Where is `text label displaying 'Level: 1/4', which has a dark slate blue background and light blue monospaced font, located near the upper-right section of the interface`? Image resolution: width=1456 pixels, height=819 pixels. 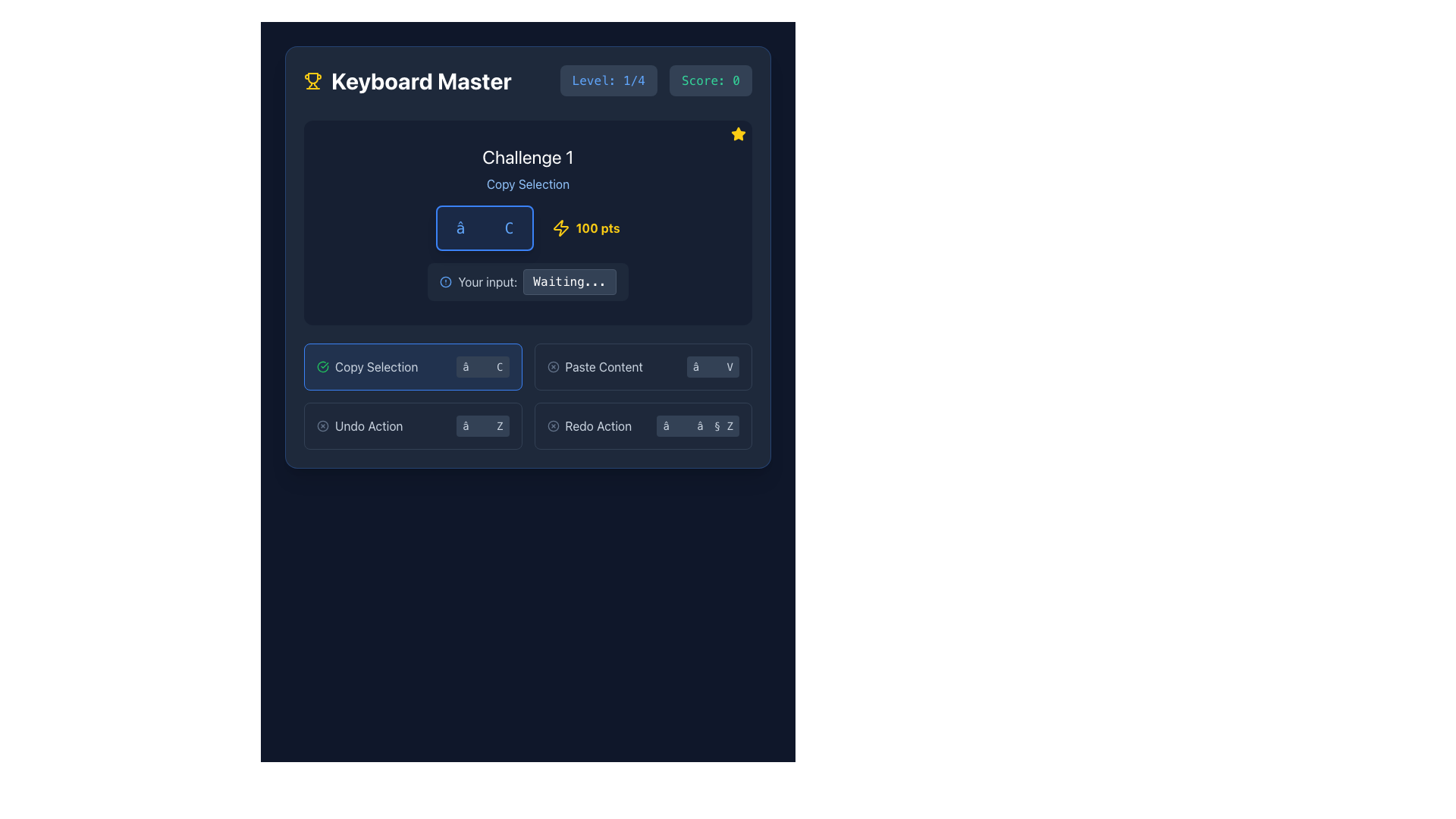
text label displaying 'Level: 1/4', which has a dark slate blue background and light blue monospaced font, located near the upper-right section of the interface is located at coordinates (608, 80).